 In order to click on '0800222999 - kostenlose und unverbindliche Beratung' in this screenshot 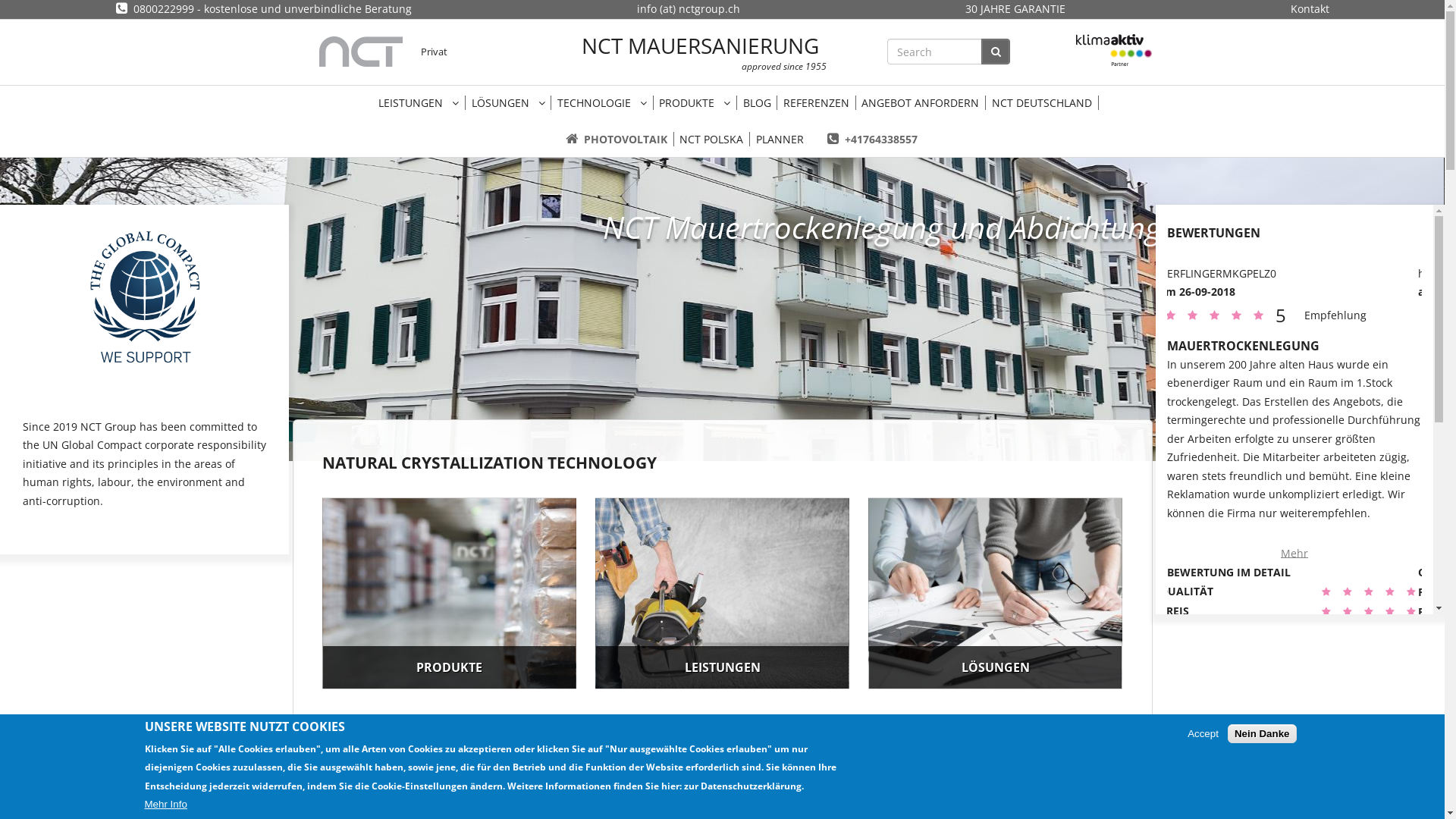, I will do `click(262, 8)`.